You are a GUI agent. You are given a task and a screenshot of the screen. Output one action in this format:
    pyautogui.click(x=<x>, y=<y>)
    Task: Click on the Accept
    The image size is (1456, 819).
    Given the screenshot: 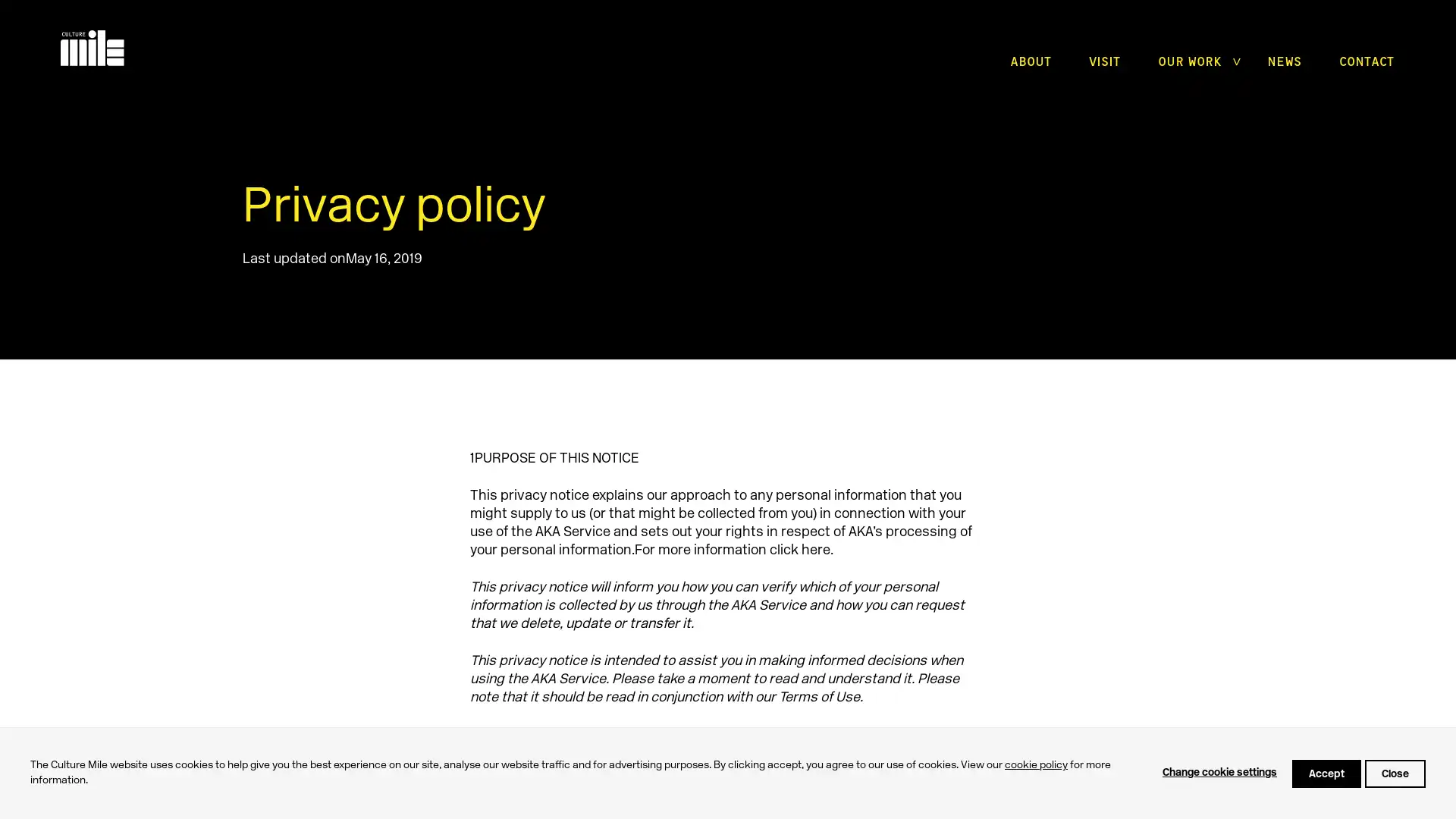 What is the action you would take?
    pyautogui.click(x=1326, y=773)
    